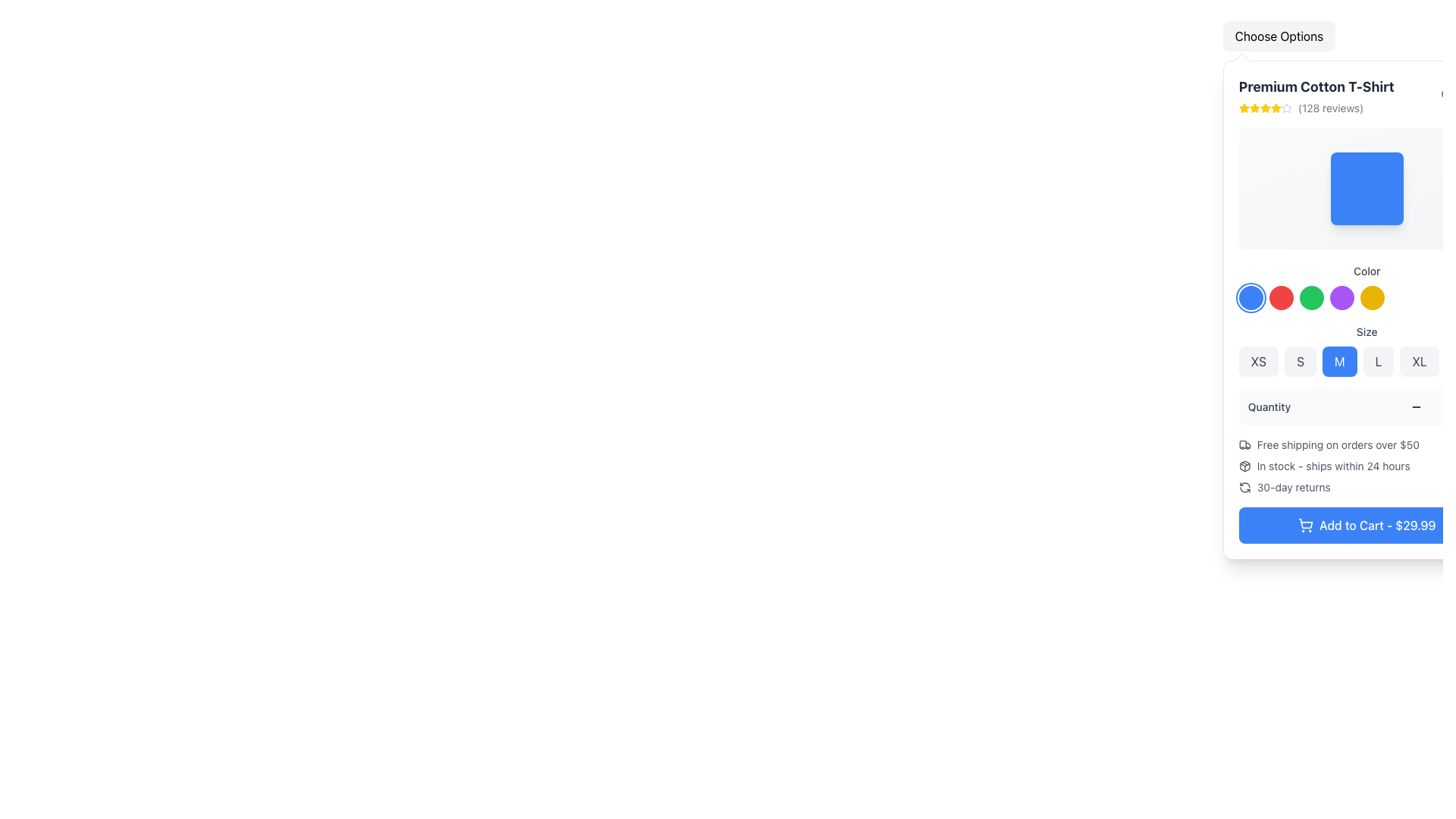 The height and width of the screenshot is (819, 1456). Describe the element at coordinates (1316, 87) in the screenshot. I see `the Text Display element that serves as the title or name of the product, located at the top of the product details section, above the rating component and review count` at that location.